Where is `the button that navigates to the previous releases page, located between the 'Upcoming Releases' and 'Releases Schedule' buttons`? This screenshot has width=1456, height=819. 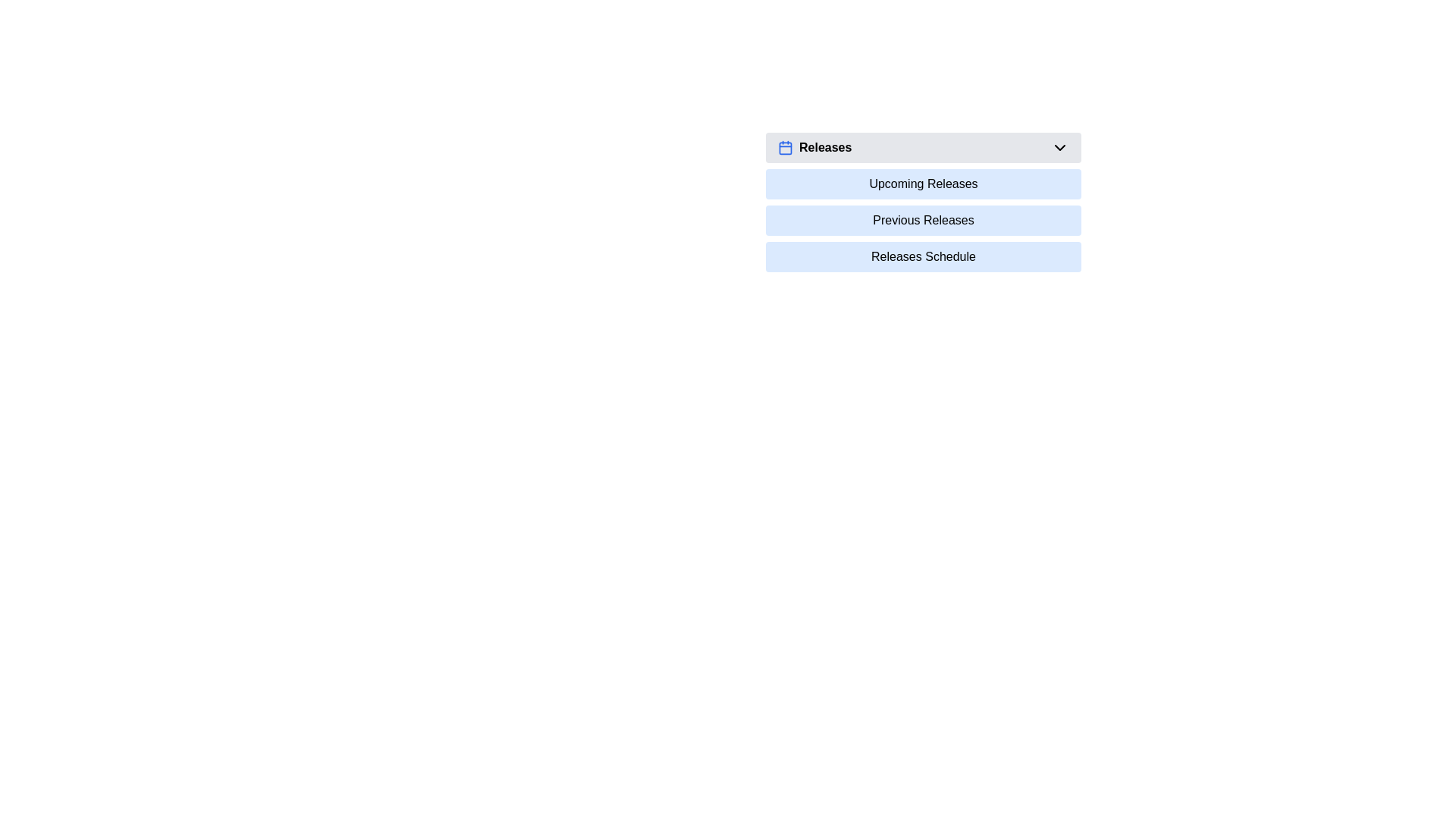
the button that navigates to the previous releases page, located between the 'Upcoming Releases' and 'Releases Schedule' buttons is located at coordinates (923, 220).